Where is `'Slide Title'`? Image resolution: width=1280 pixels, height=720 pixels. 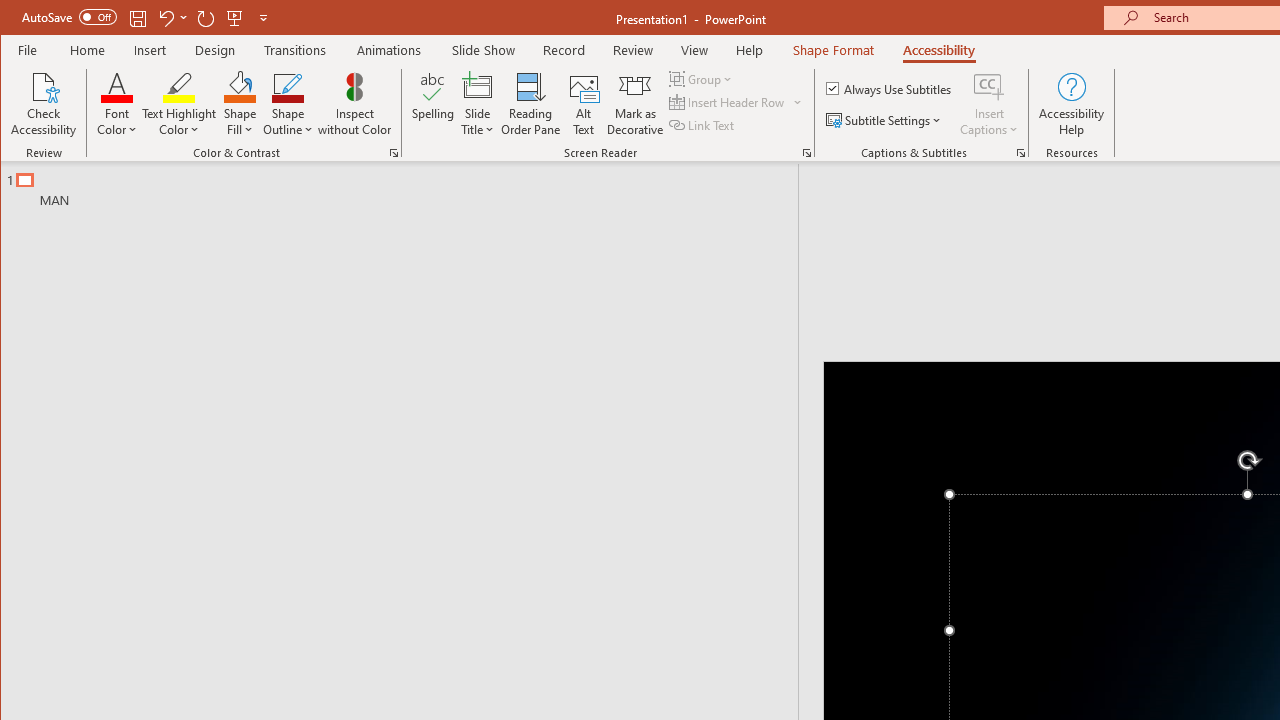 'Slide Title' is located at coordinates (477, 104).